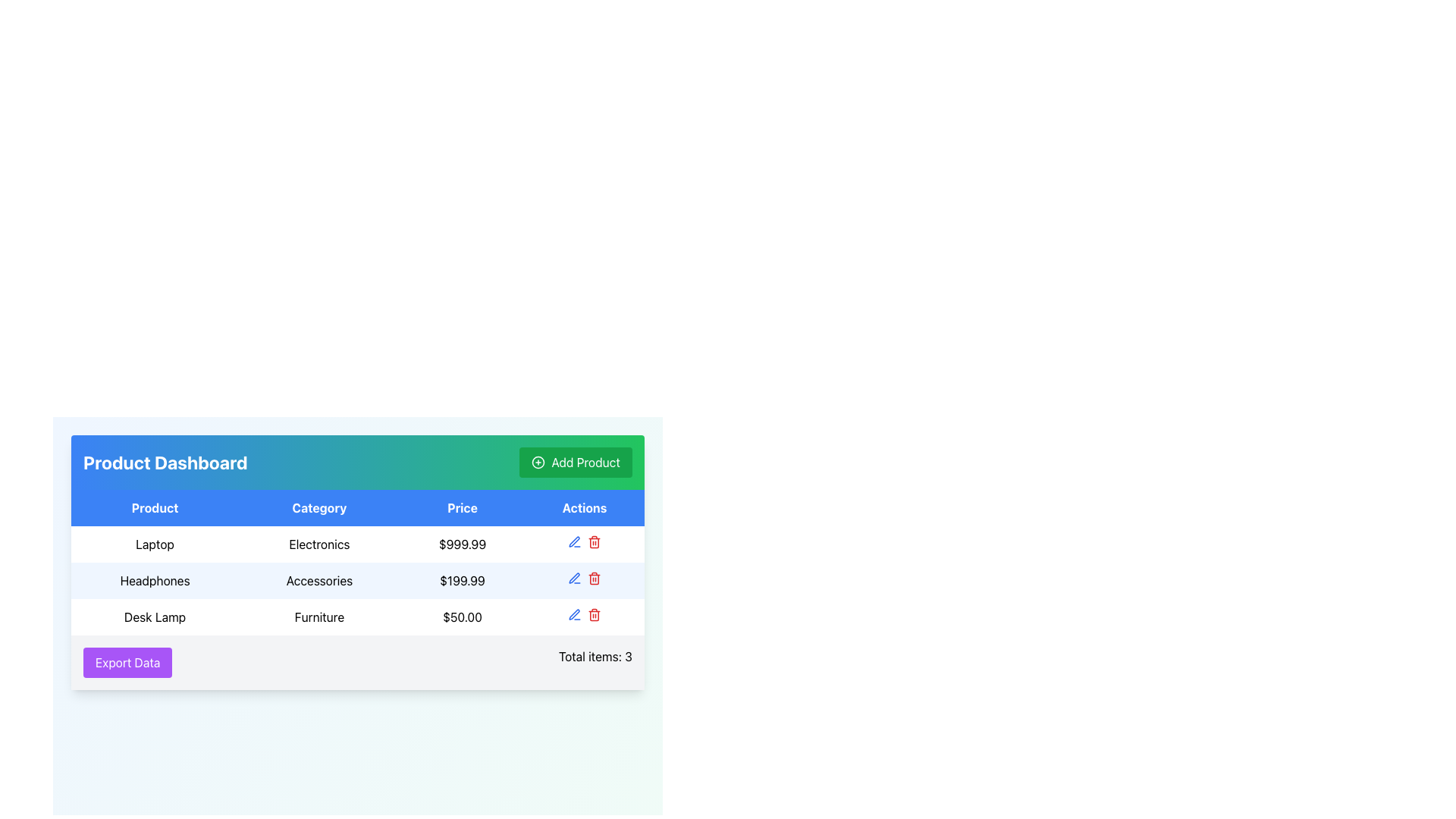 The image size is (1456, 819). Describe the element at coordinates (538, 461) in the screenshot. I see `the SVG Circle representing the 'Add Product' functionality located at the center of the 'Add Product' button in the top-right corner of the table's header section` at that location.